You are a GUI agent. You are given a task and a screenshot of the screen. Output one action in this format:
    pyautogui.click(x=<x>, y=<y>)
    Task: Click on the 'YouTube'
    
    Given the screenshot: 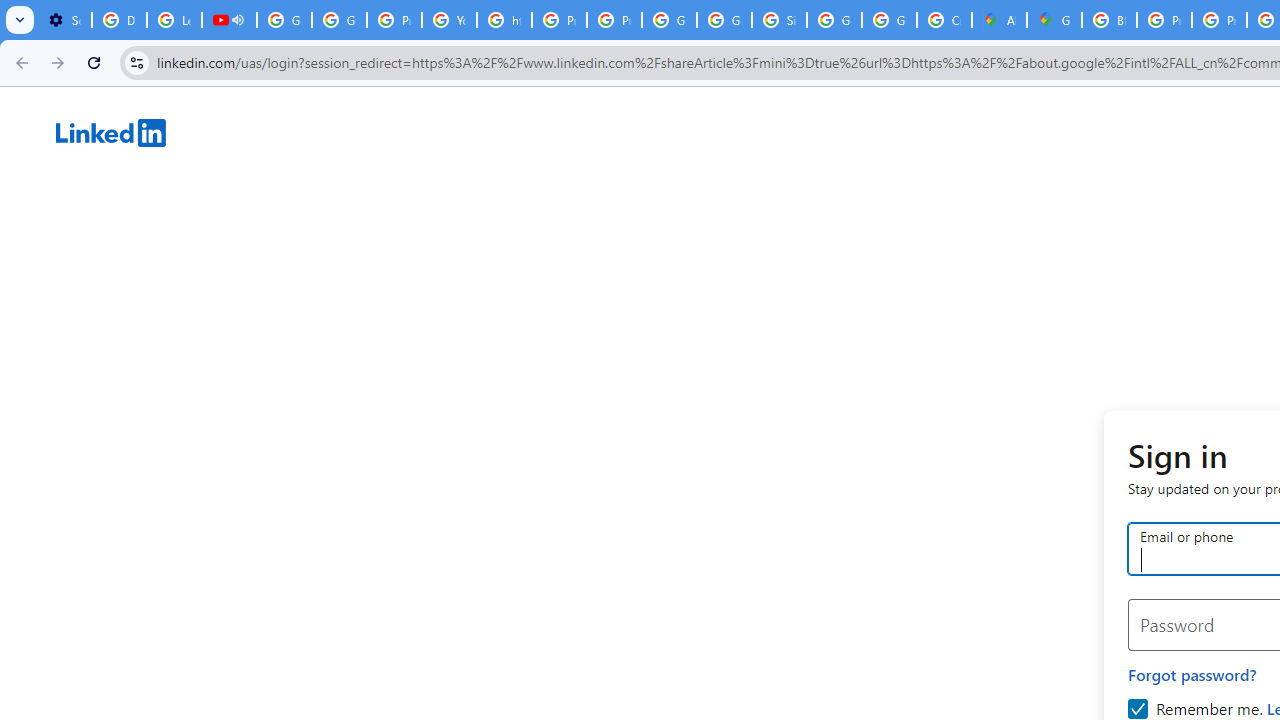 What is the action you would take?
    pyautogui.click(x=448, y=20)
    